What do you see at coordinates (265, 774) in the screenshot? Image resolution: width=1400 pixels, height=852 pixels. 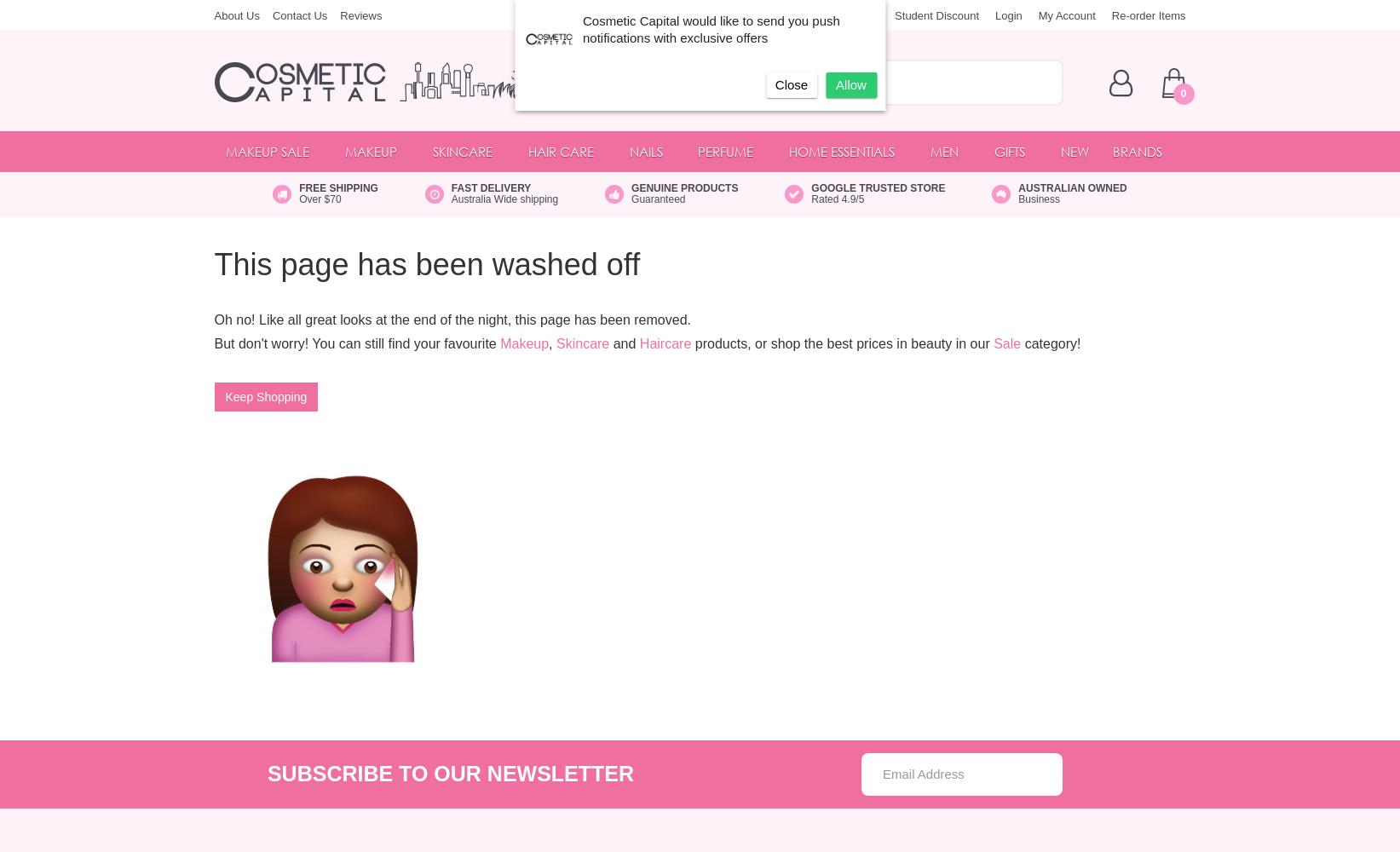 I see `'Subscribe to our newsletter'` at bounding box center [265, 774].